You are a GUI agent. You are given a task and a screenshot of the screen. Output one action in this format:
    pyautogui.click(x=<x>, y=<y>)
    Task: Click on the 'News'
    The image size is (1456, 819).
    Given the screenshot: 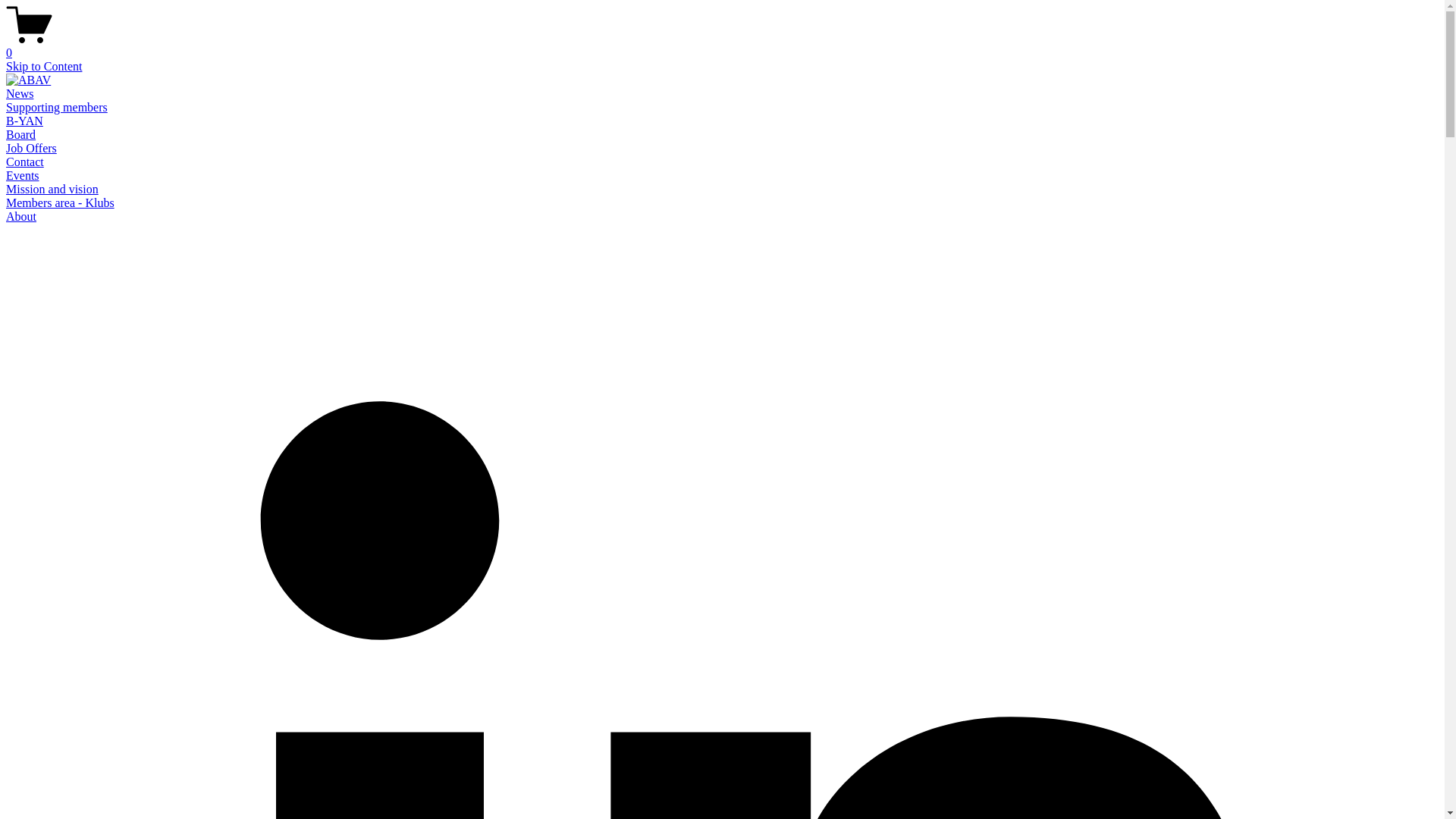 What is the action you would take?
    pyautogui.click(x=6, y=93)
    